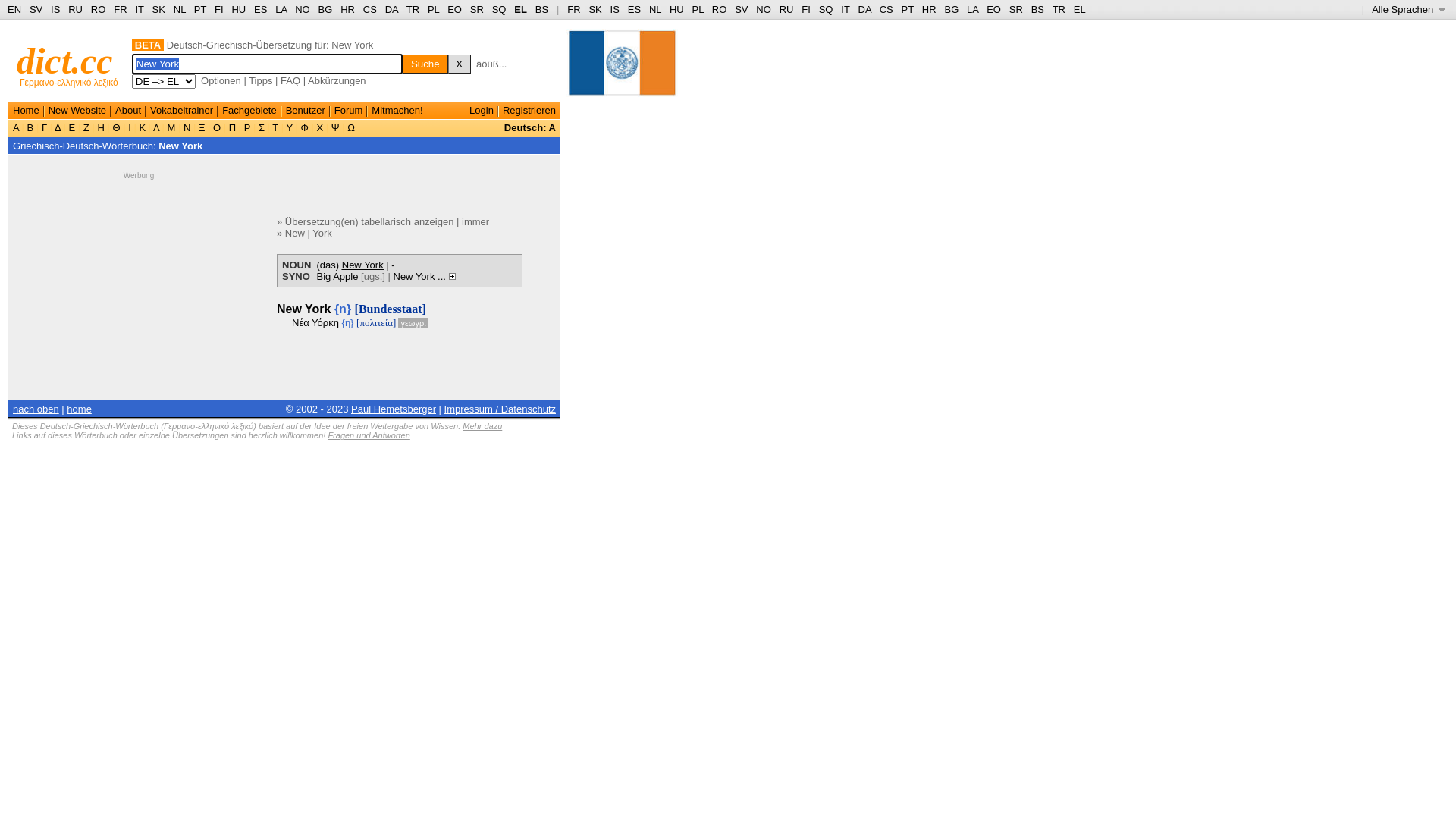  What do you see at coordinates (393, 408) in the screenshot?
I see `'Paul Hemetsberger'` at bounding box center [393, 408].